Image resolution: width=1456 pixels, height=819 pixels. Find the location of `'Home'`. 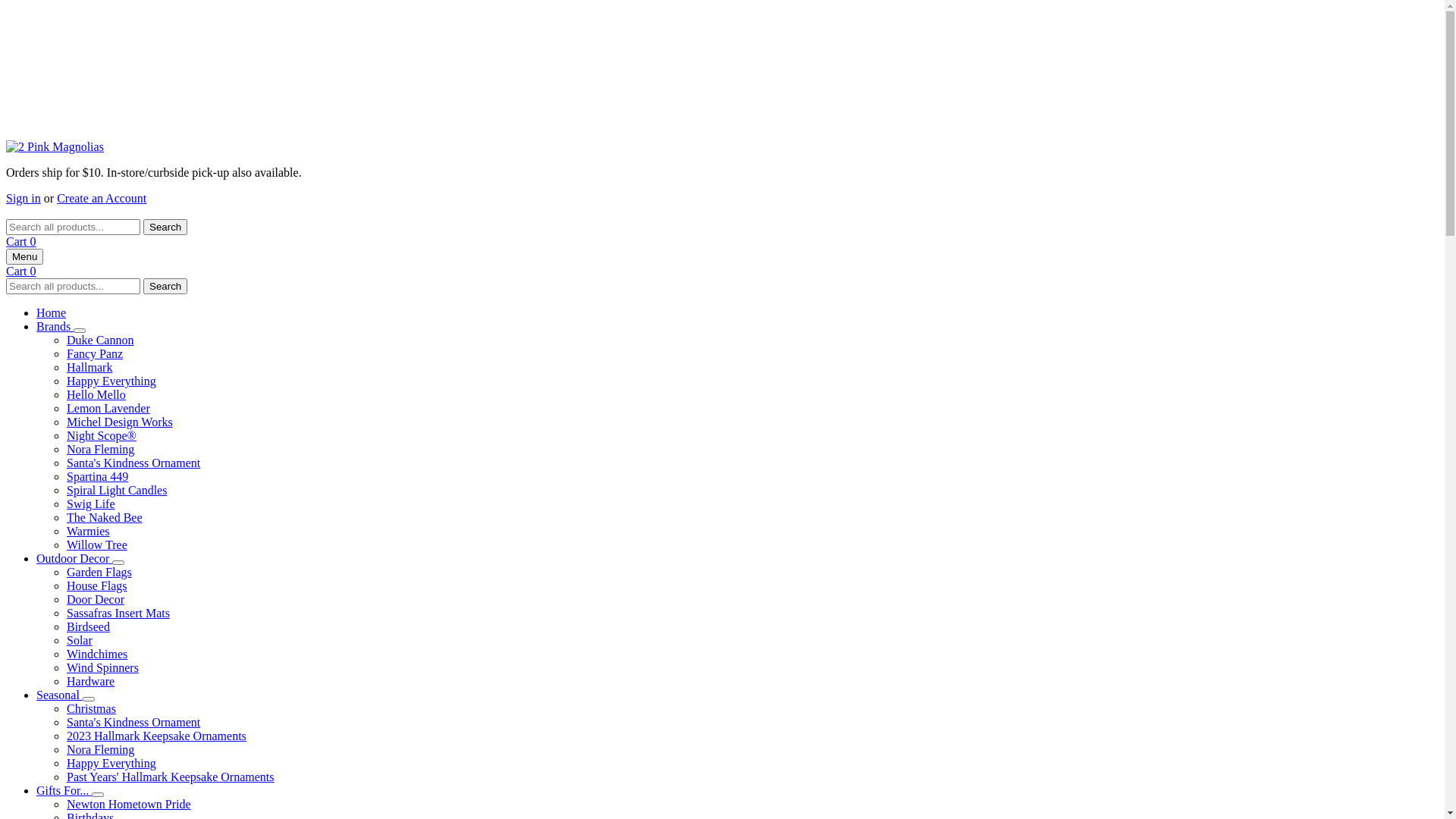

'Home' is located at coordinates (51, 312).